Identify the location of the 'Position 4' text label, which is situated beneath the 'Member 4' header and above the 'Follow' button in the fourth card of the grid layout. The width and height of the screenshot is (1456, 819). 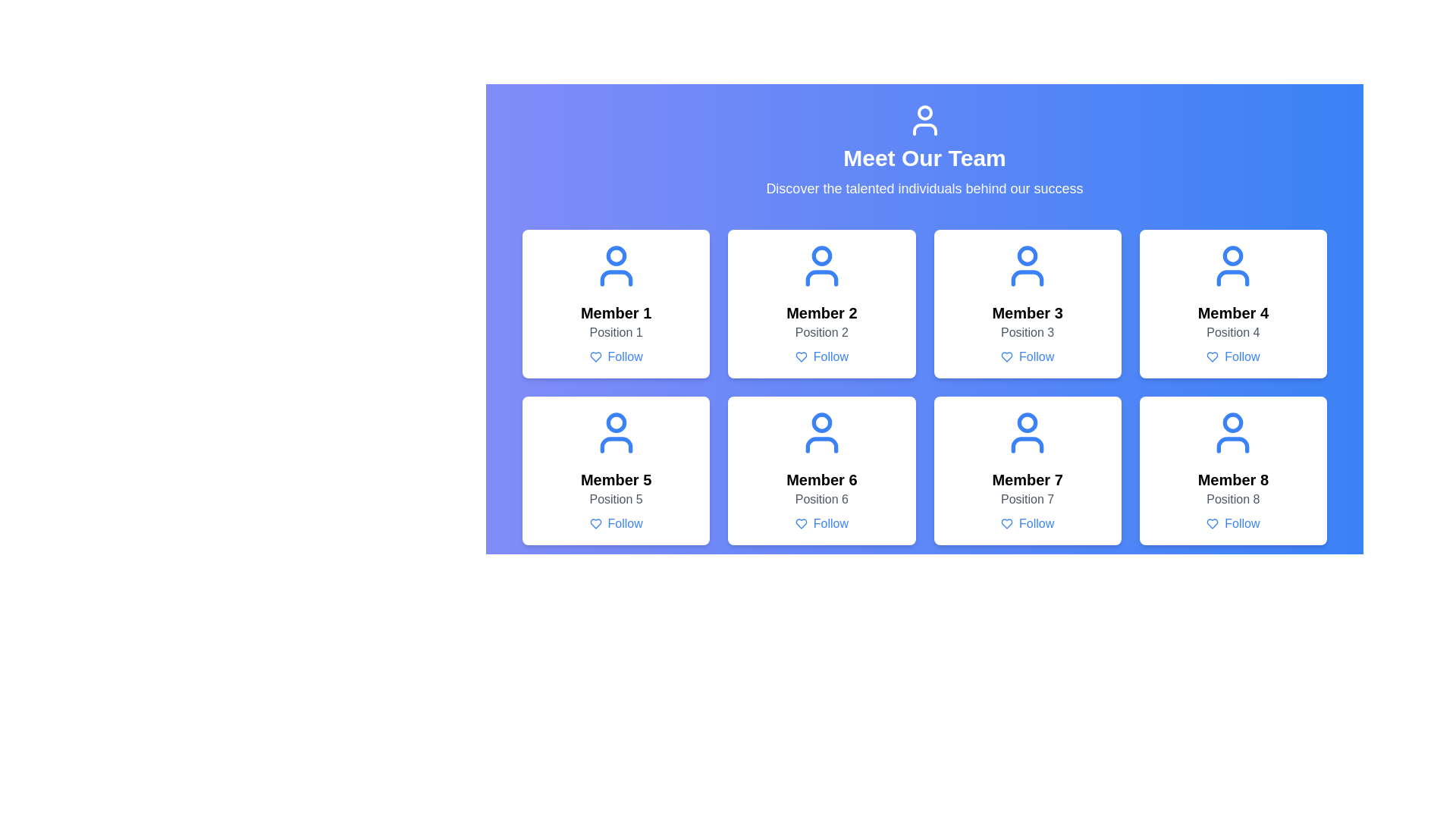
(1233, 332).